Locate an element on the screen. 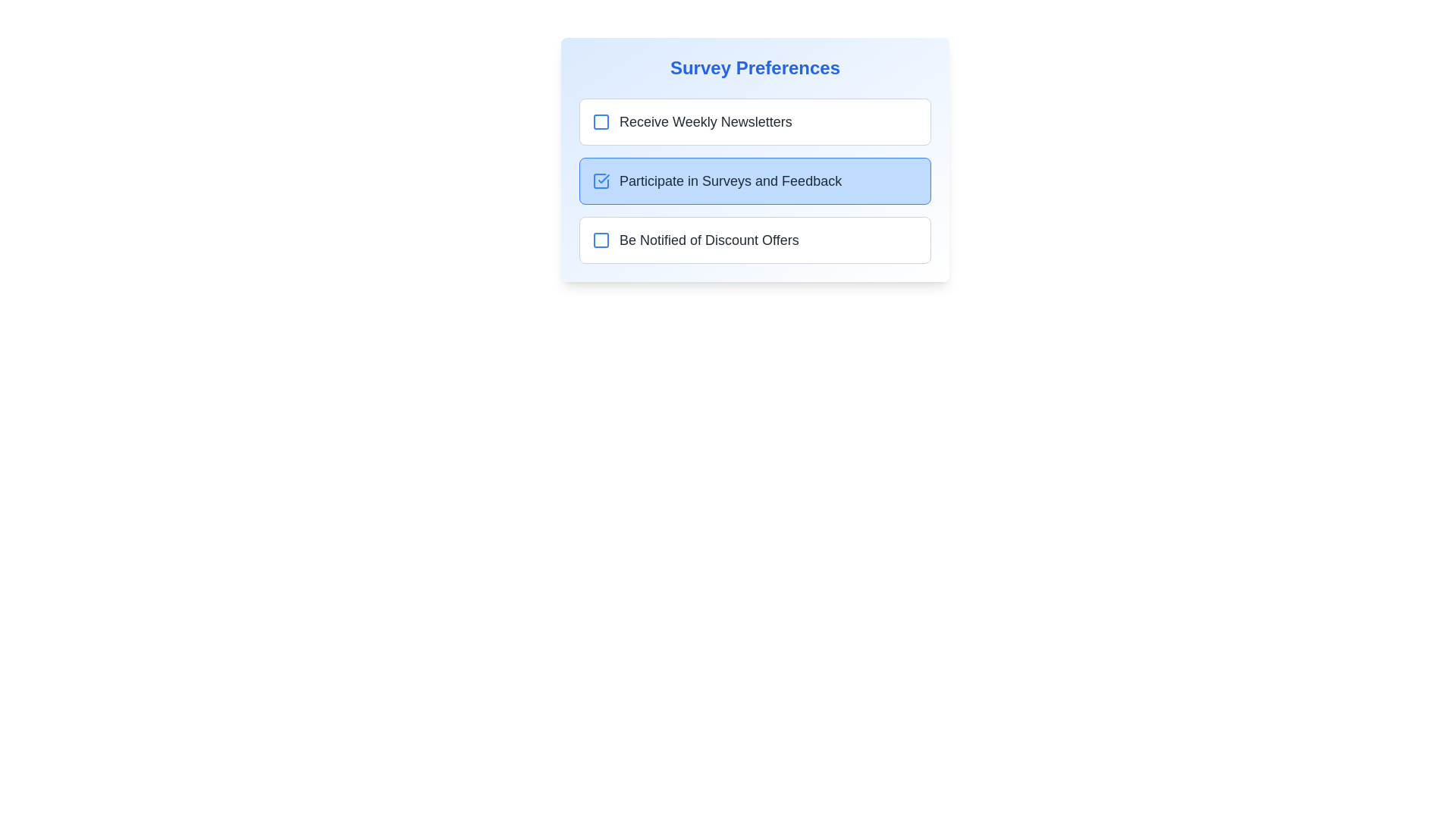  the blue checkbox containing a checkmark icon next to the text 'Participate in Surveys and Feedback' is located at coordinates (600, 180).